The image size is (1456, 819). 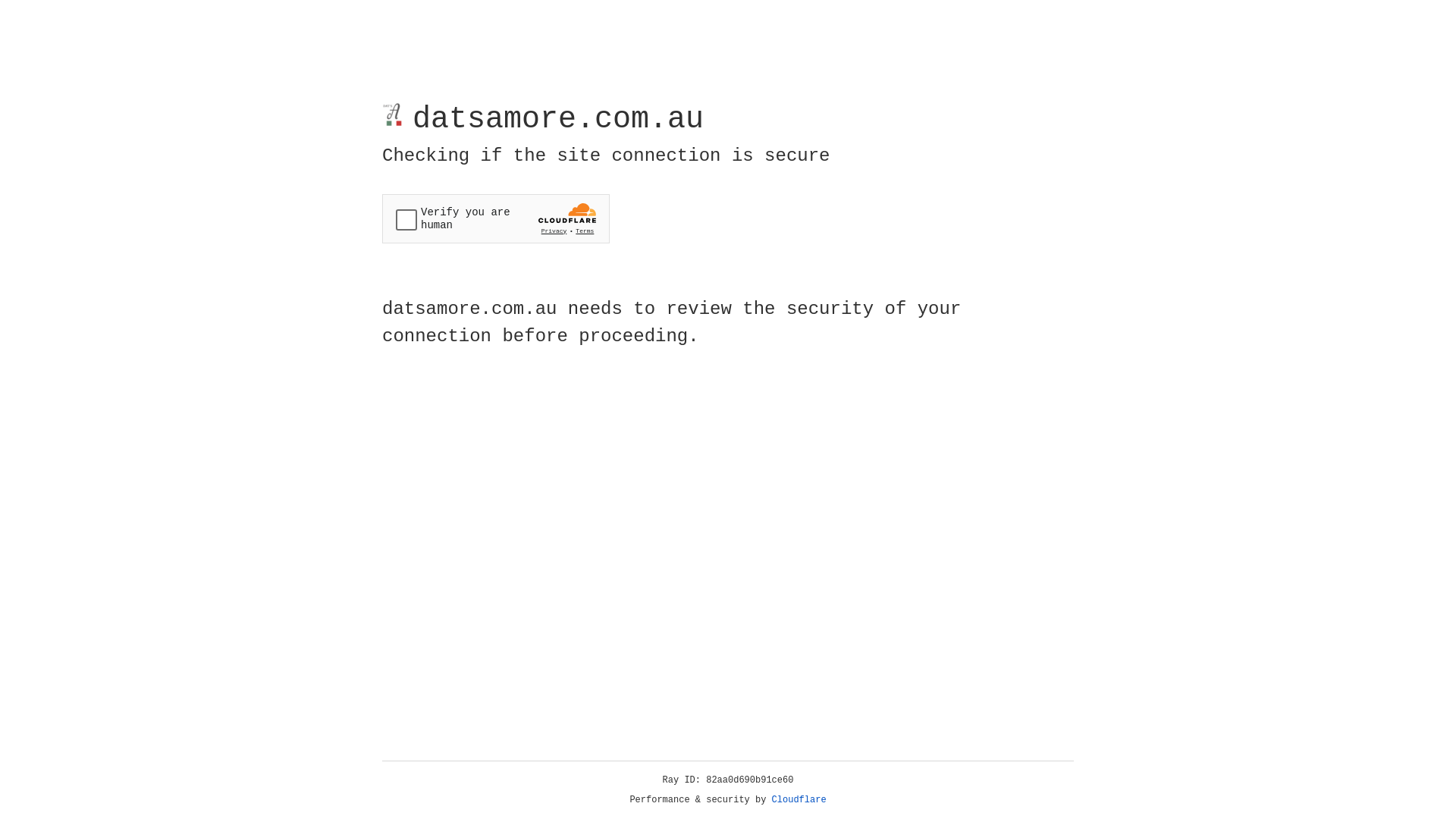 I want to click on 'Cloudflare', so click(x=771, y=799).